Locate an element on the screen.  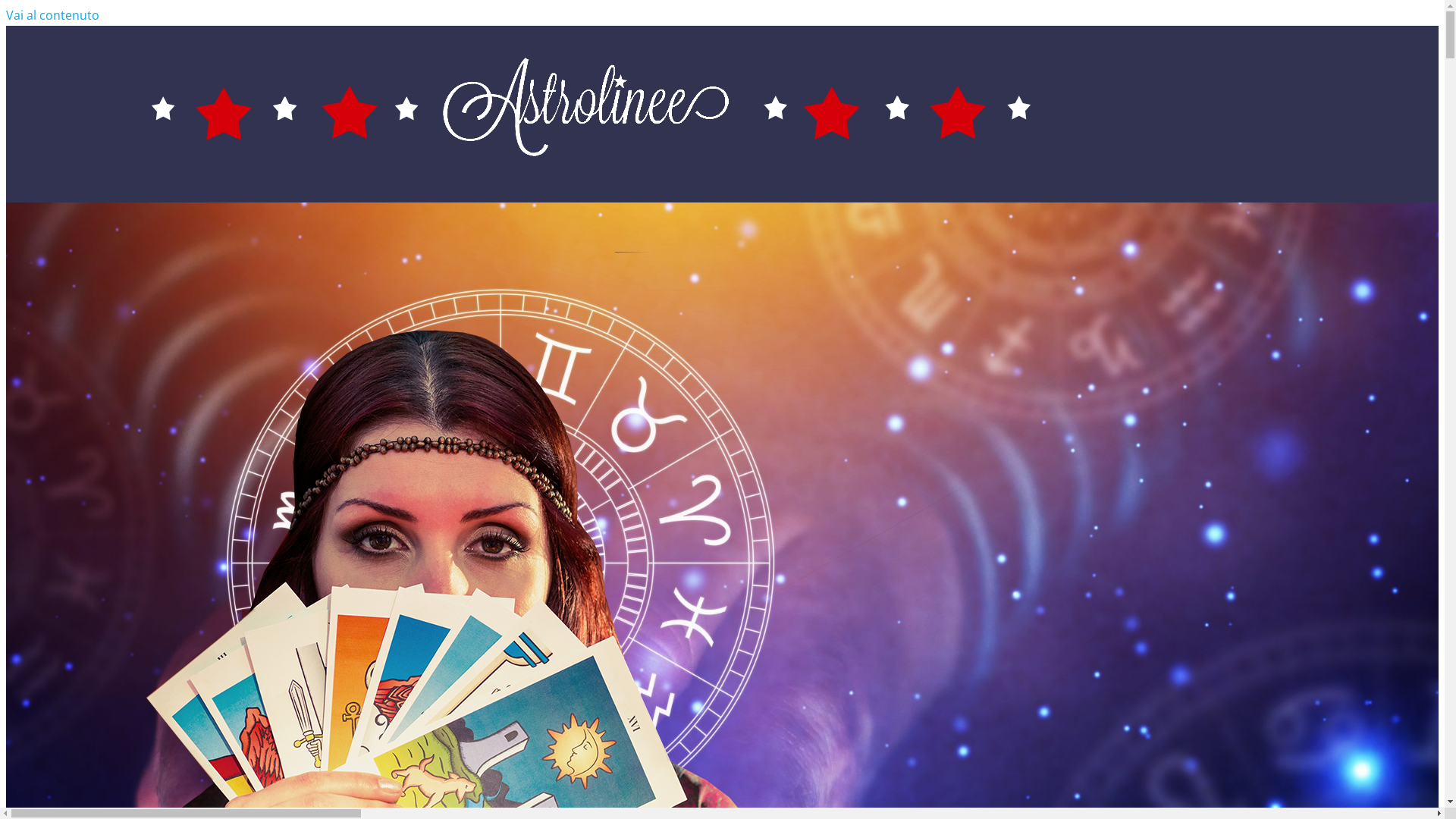
'Vai al contenuto' is located at coordinates (52, 14).